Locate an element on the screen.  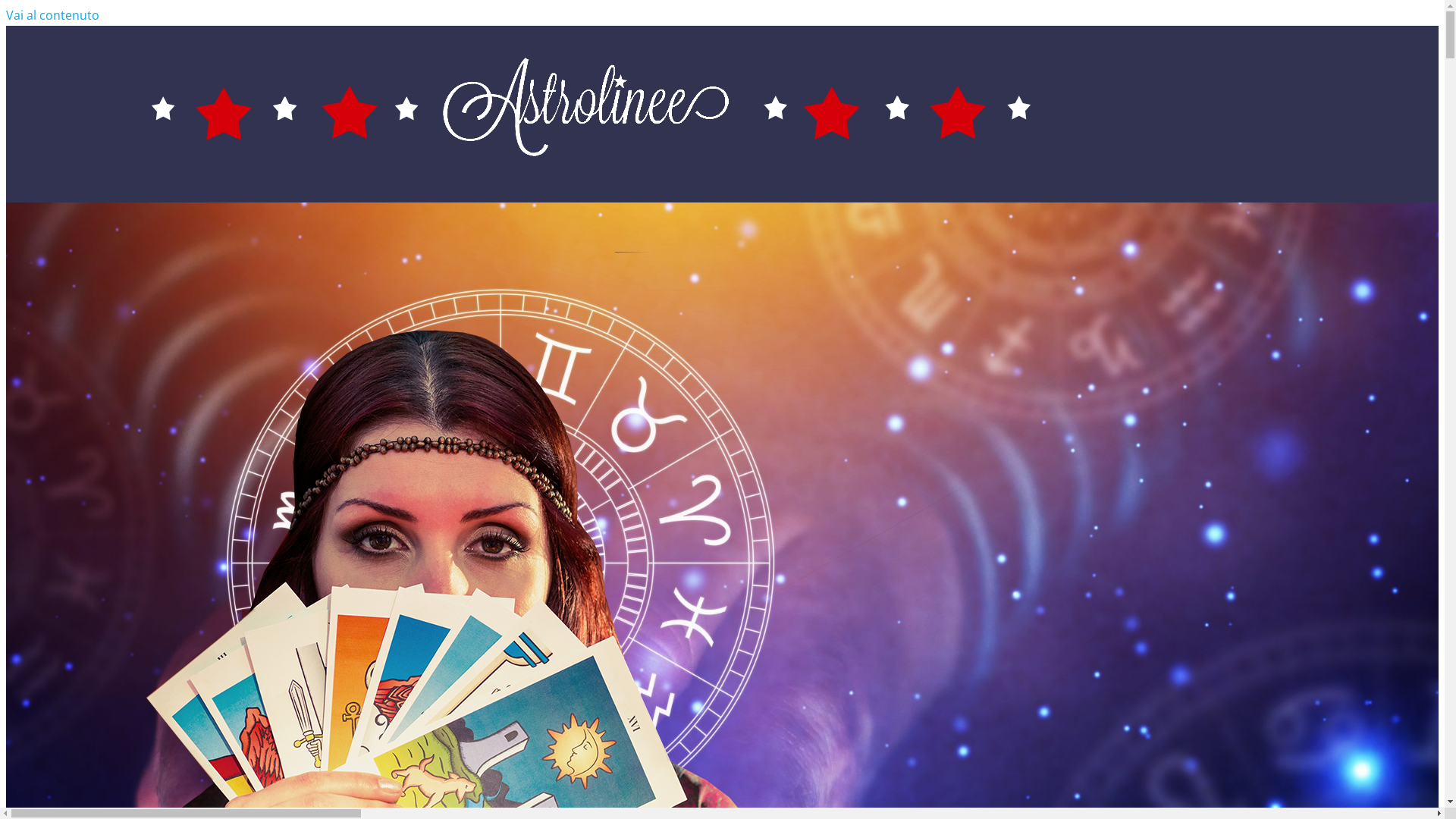
'Vai al contenuto' is located at coordinates (52, 14).